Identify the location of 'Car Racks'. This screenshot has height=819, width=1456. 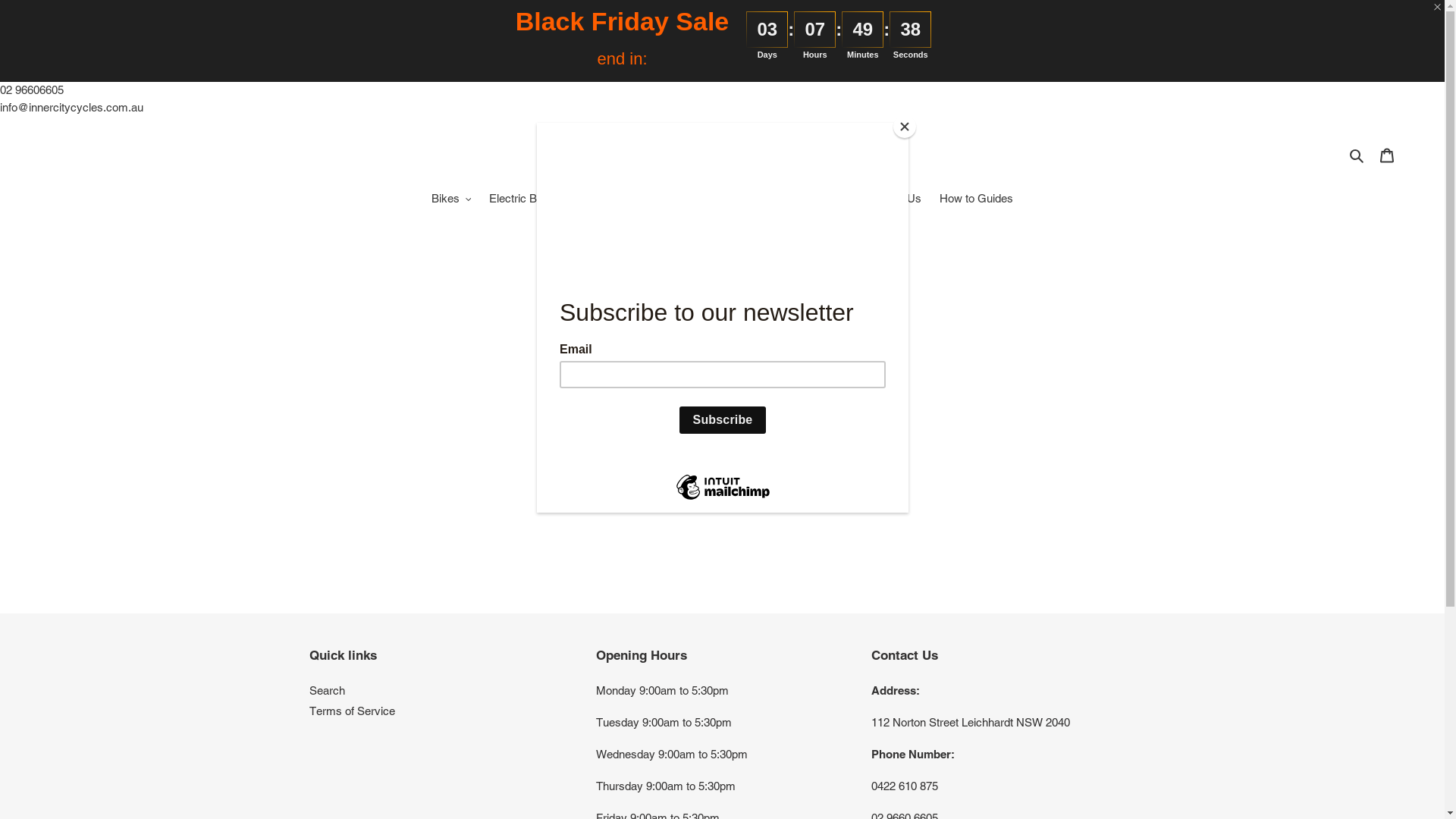
(601, 198).